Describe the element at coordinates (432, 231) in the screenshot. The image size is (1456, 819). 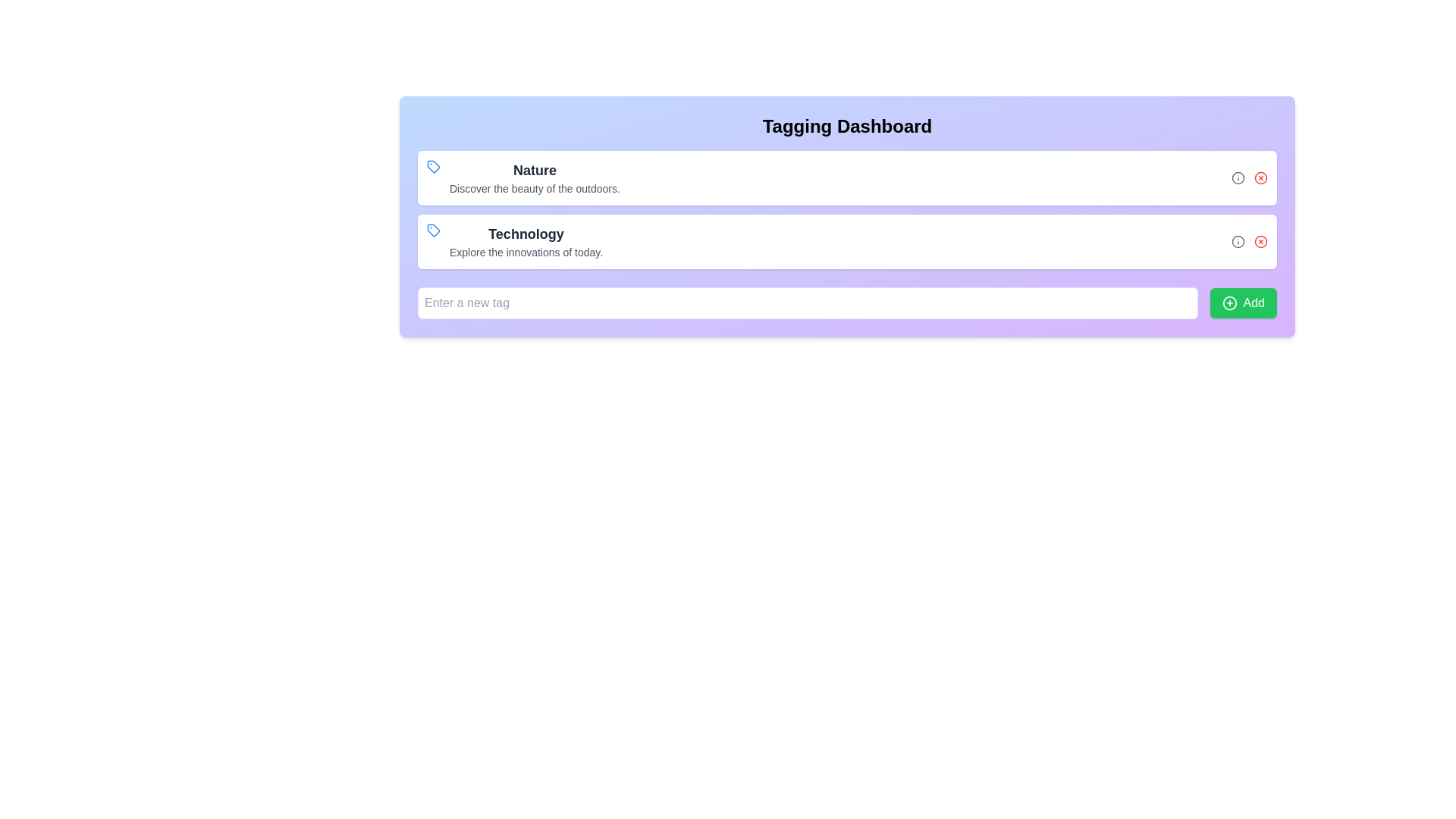
I see `the blue tag-shaped icon with a thin border located in the 'Technology' section, positioned to the left of the word 'Technology'` at that location.